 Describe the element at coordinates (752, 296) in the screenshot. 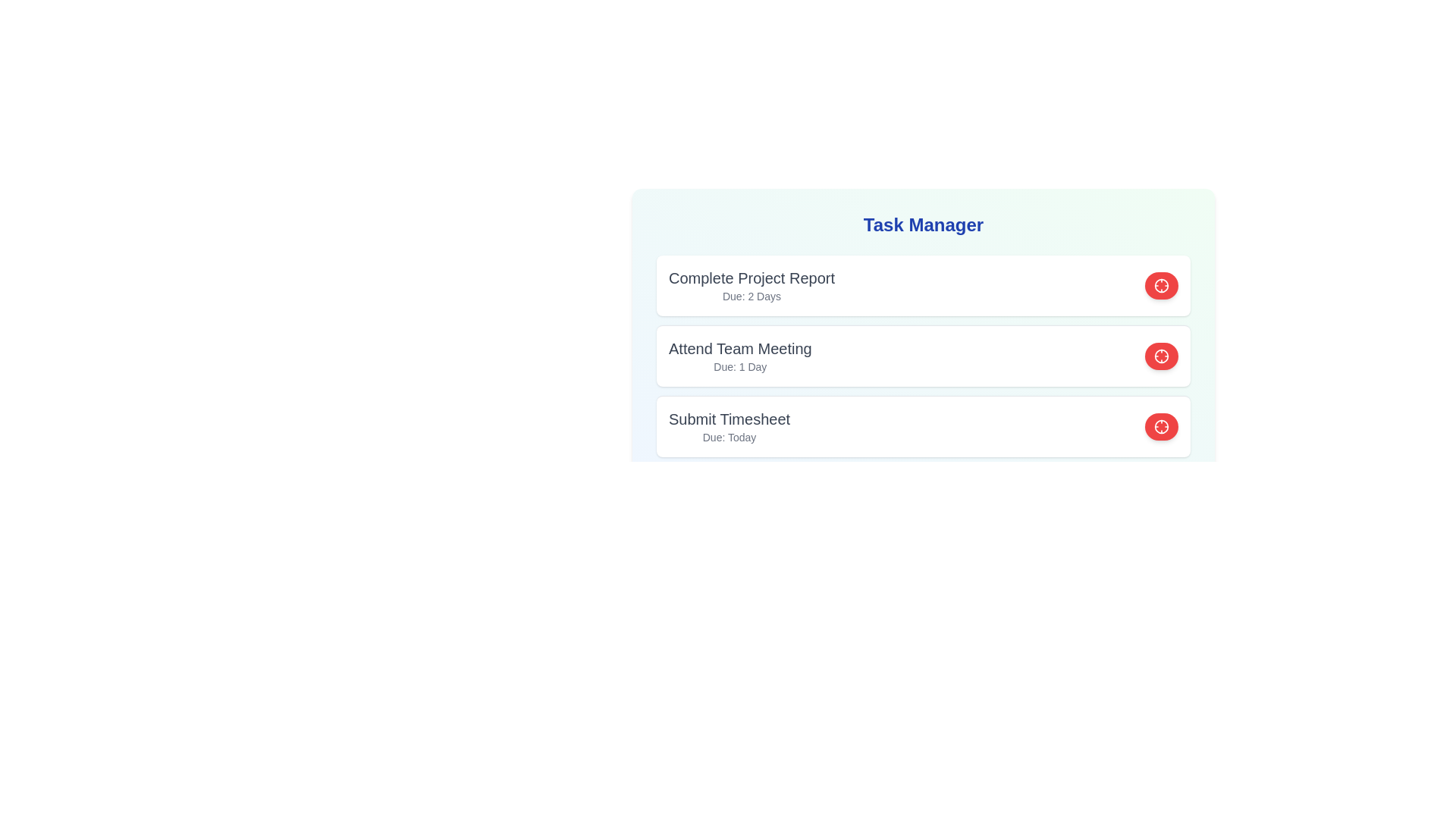

I see `the Text Label indicating the deadline for the task 'Complete Project Report', which is located immediately below the task heading and displays the due date of 2 days` at that location.